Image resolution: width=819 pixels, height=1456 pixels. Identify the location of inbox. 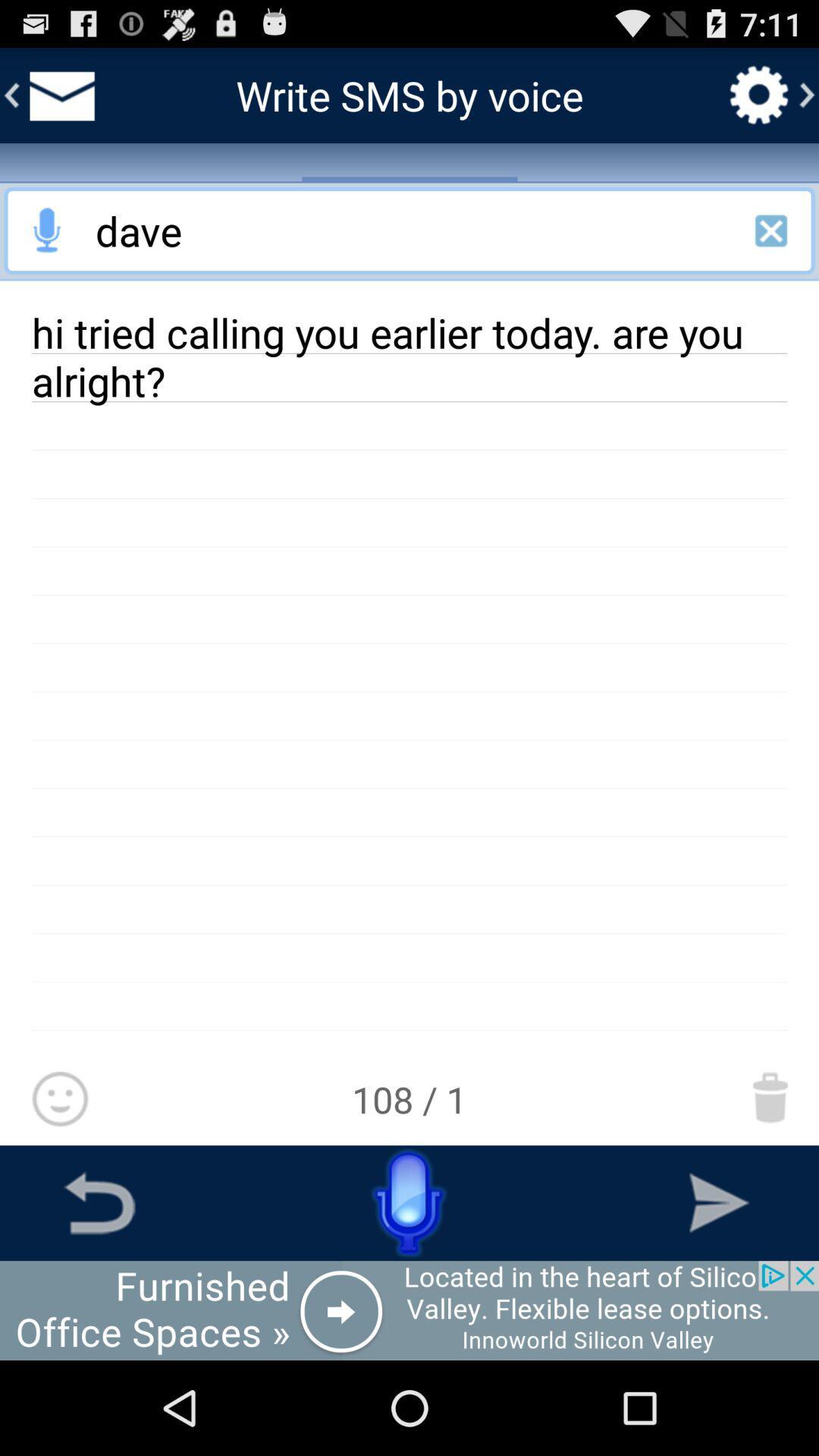
(58, 94).